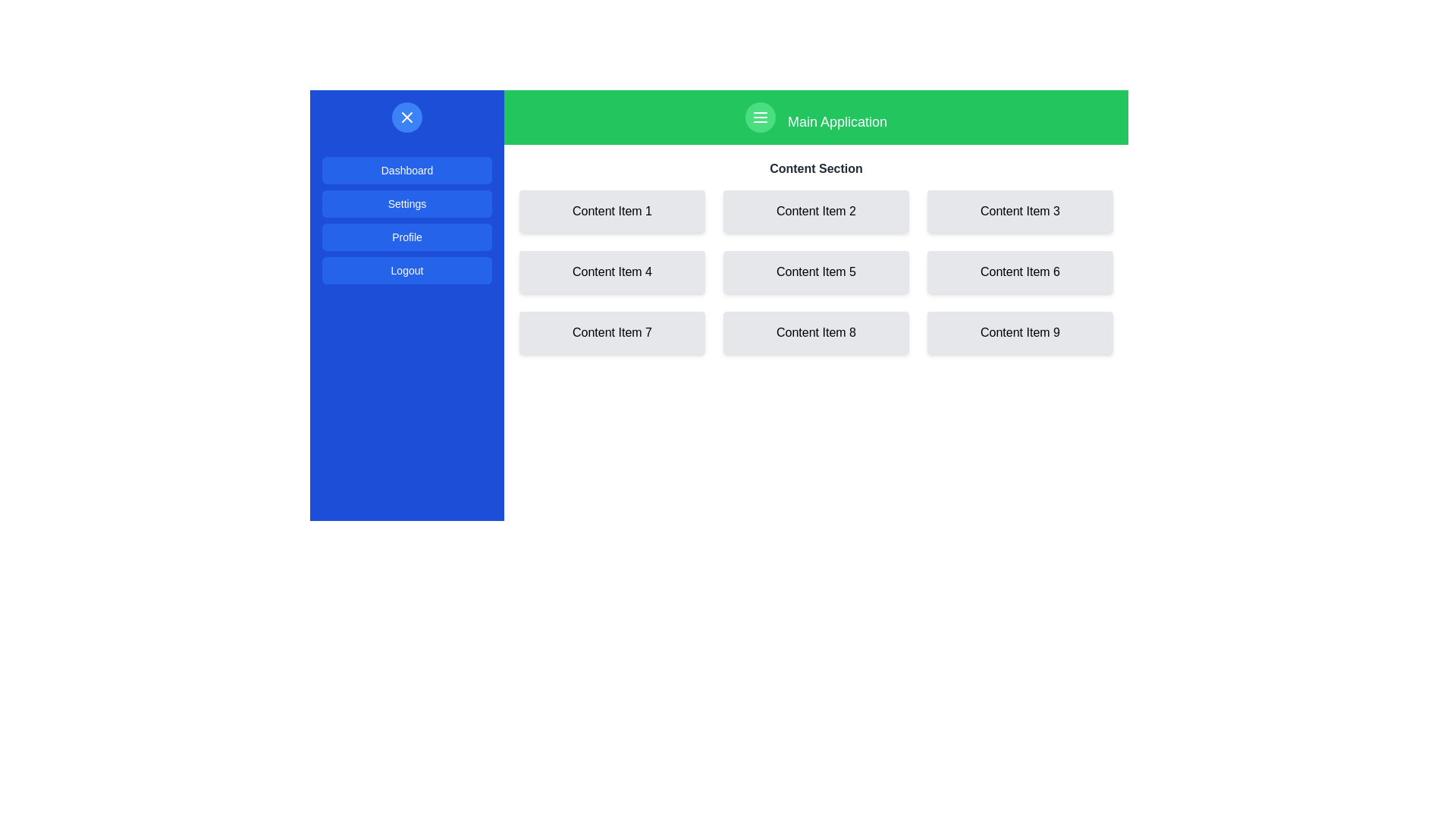  What do you see at coordinates (1020, 332) in the screenshot?
I see `the button labeled 'Content Item 9' located in the third column of the third row of the grid layout` at bounding box center [1020, 332].